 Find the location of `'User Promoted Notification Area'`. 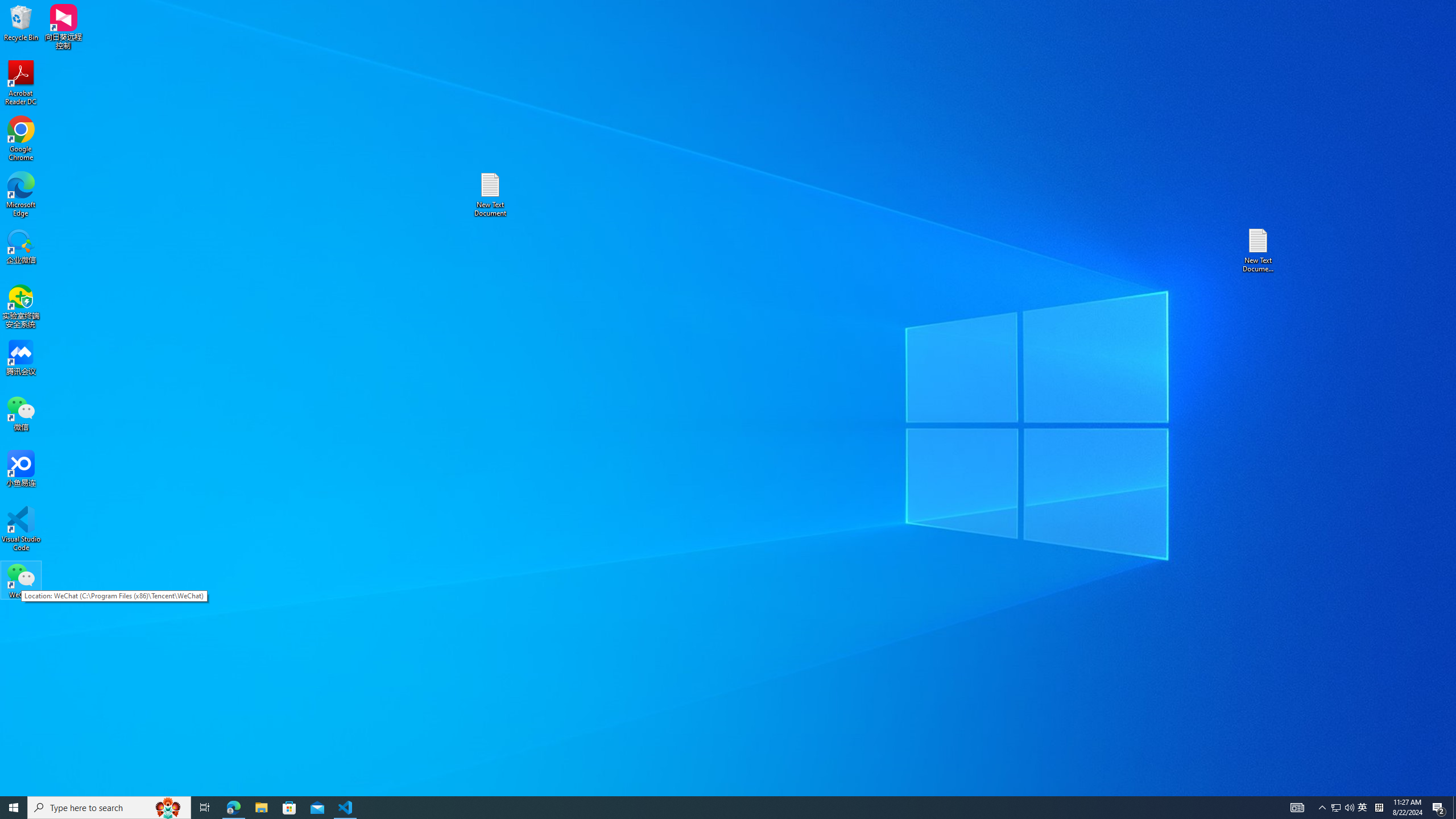

'User Promoted Notification Area' is located at coordinates (1342, 806).